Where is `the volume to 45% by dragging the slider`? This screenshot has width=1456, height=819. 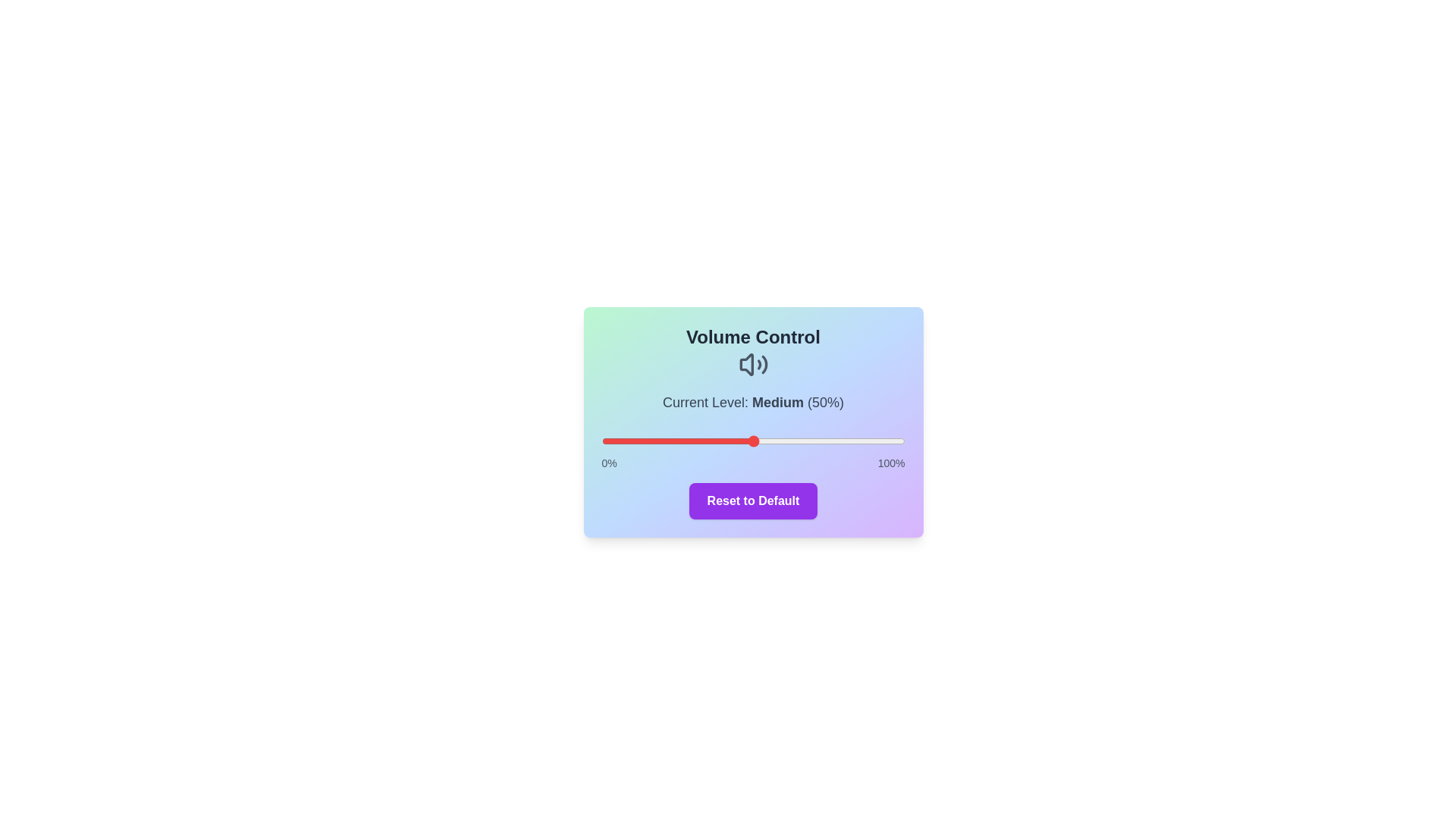 the volume to 45% by dragging the slider is located at coordinates (738, 441).